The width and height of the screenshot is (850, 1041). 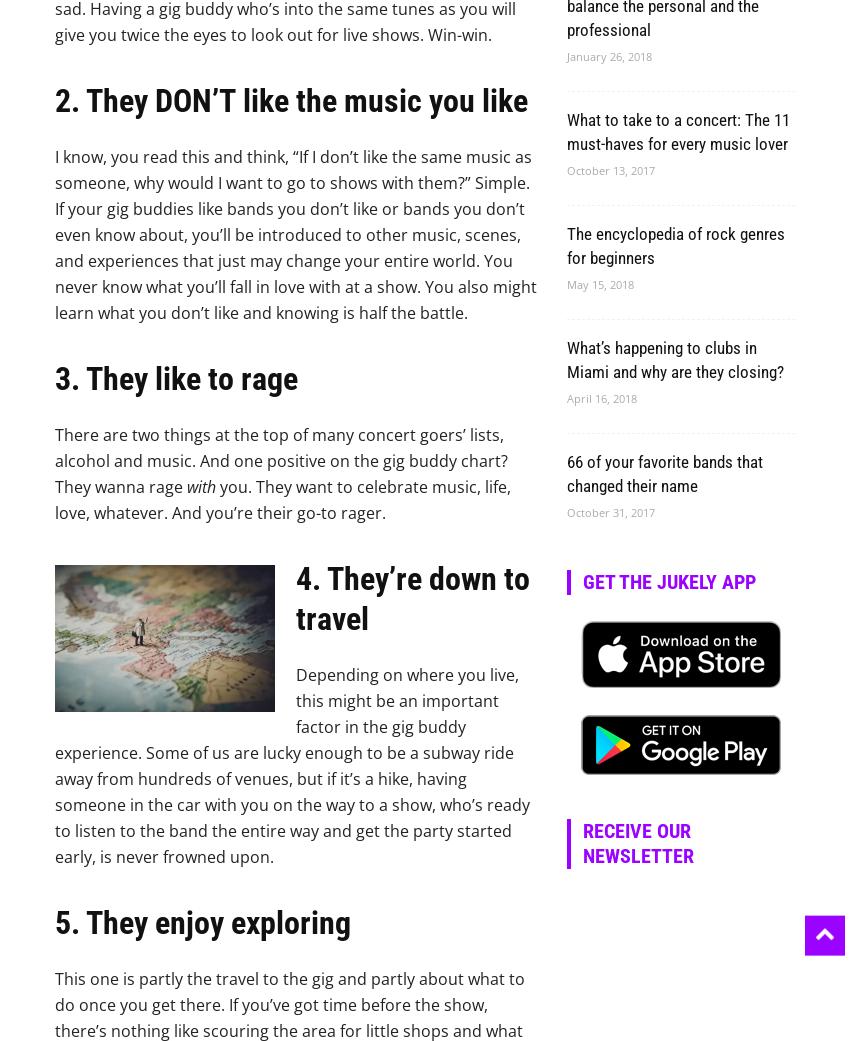 I want to click on 'There are two things at the top of many concert goers’ lists, alcohol and music. And one positive on the gig buddy chart? They wanna rage', so click(x=280, y=459).